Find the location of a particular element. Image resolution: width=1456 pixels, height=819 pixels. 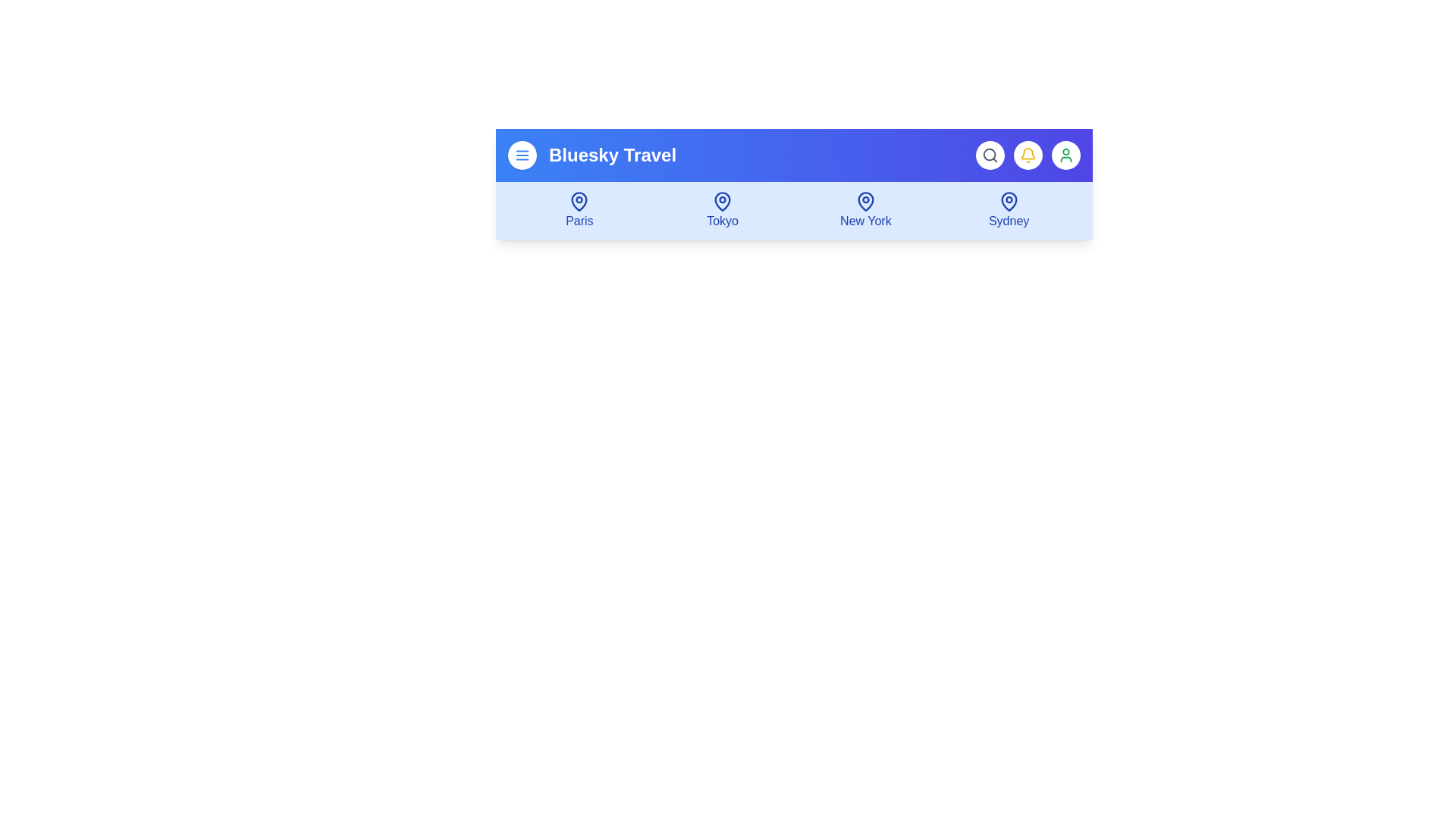

the destination icon for New York is located at coordinates (865, 210).